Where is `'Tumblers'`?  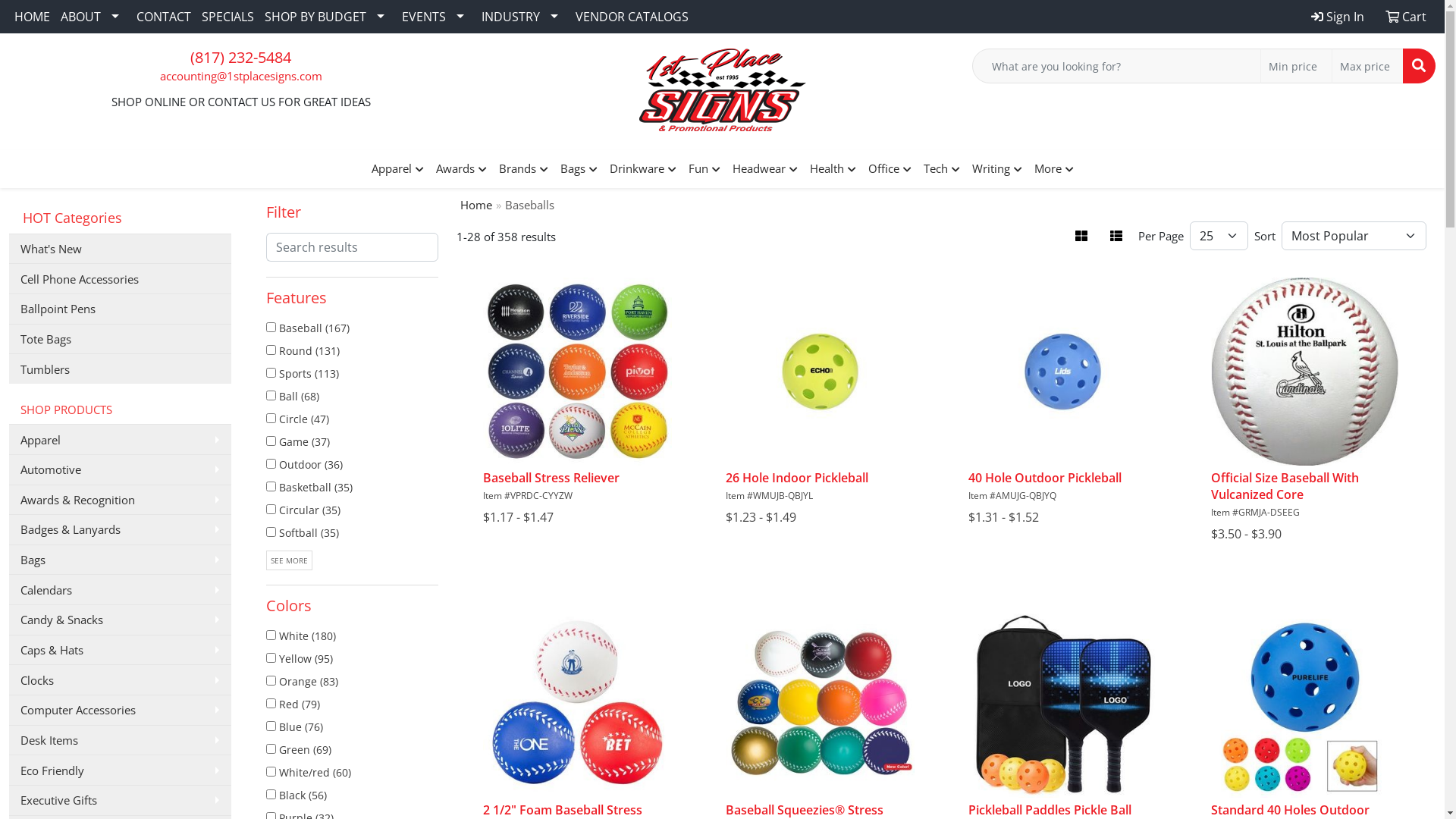 'Tumblers' is located at coordinates (119, 369).